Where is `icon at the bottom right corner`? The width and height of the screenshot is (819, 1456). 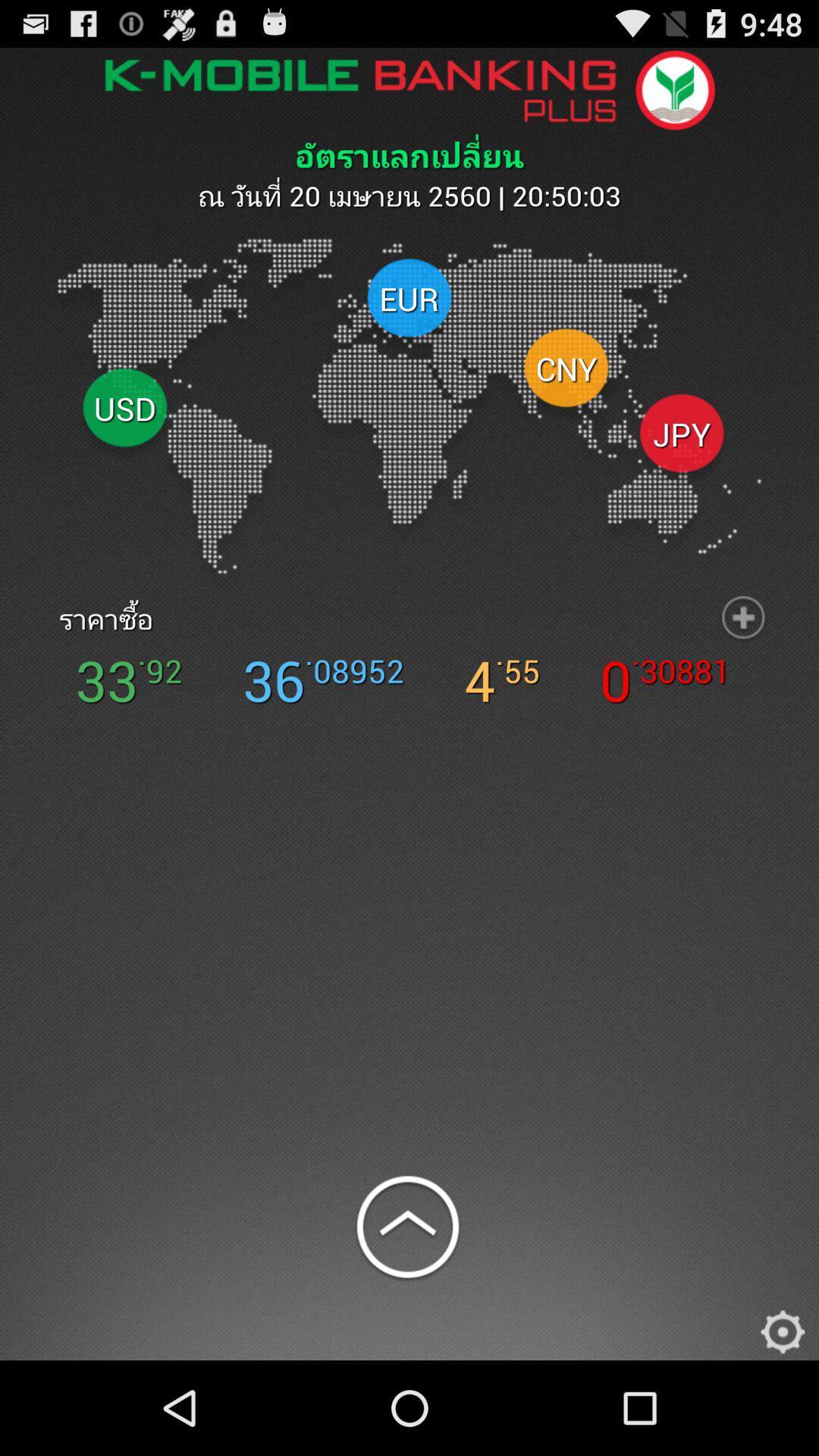 icon at the bottom right corner is located at coordinates (783, 1327).